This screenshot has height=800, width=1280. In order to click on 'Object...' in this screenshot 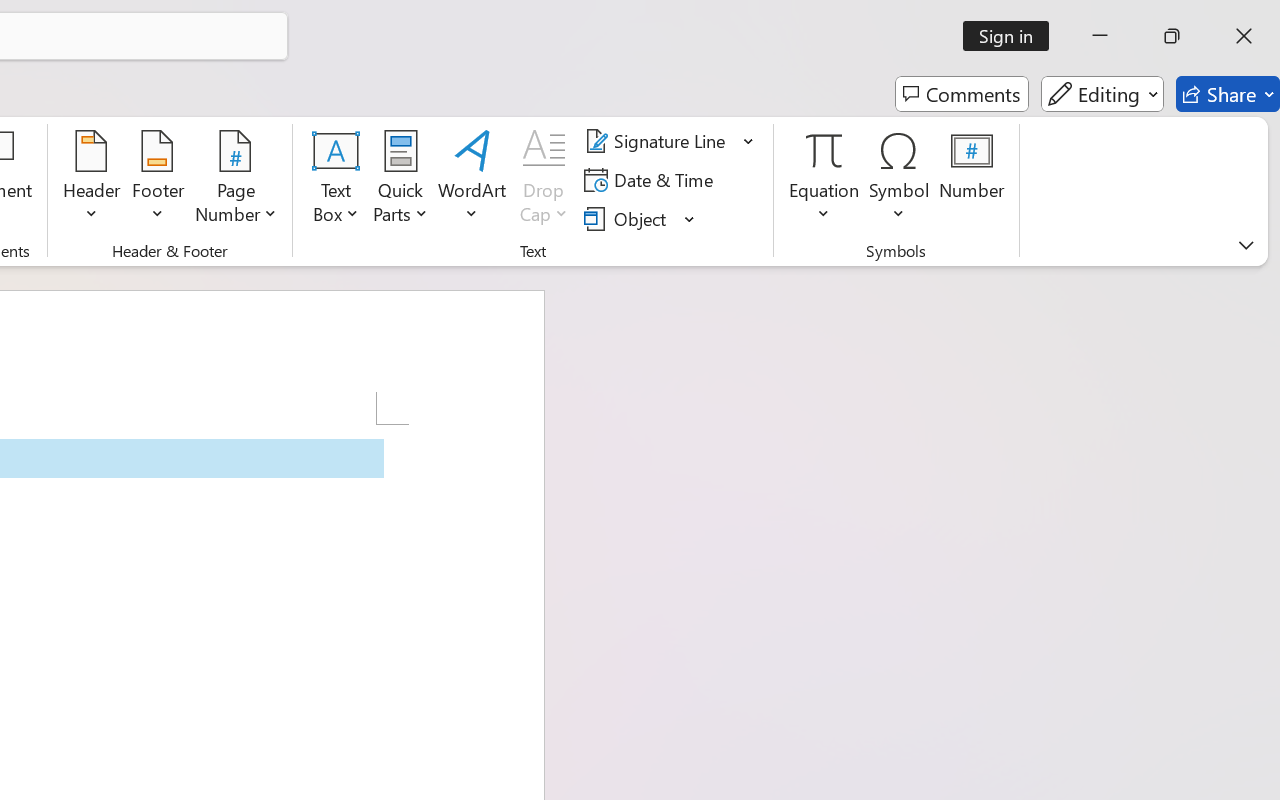, I will do `click(627, 218)`.